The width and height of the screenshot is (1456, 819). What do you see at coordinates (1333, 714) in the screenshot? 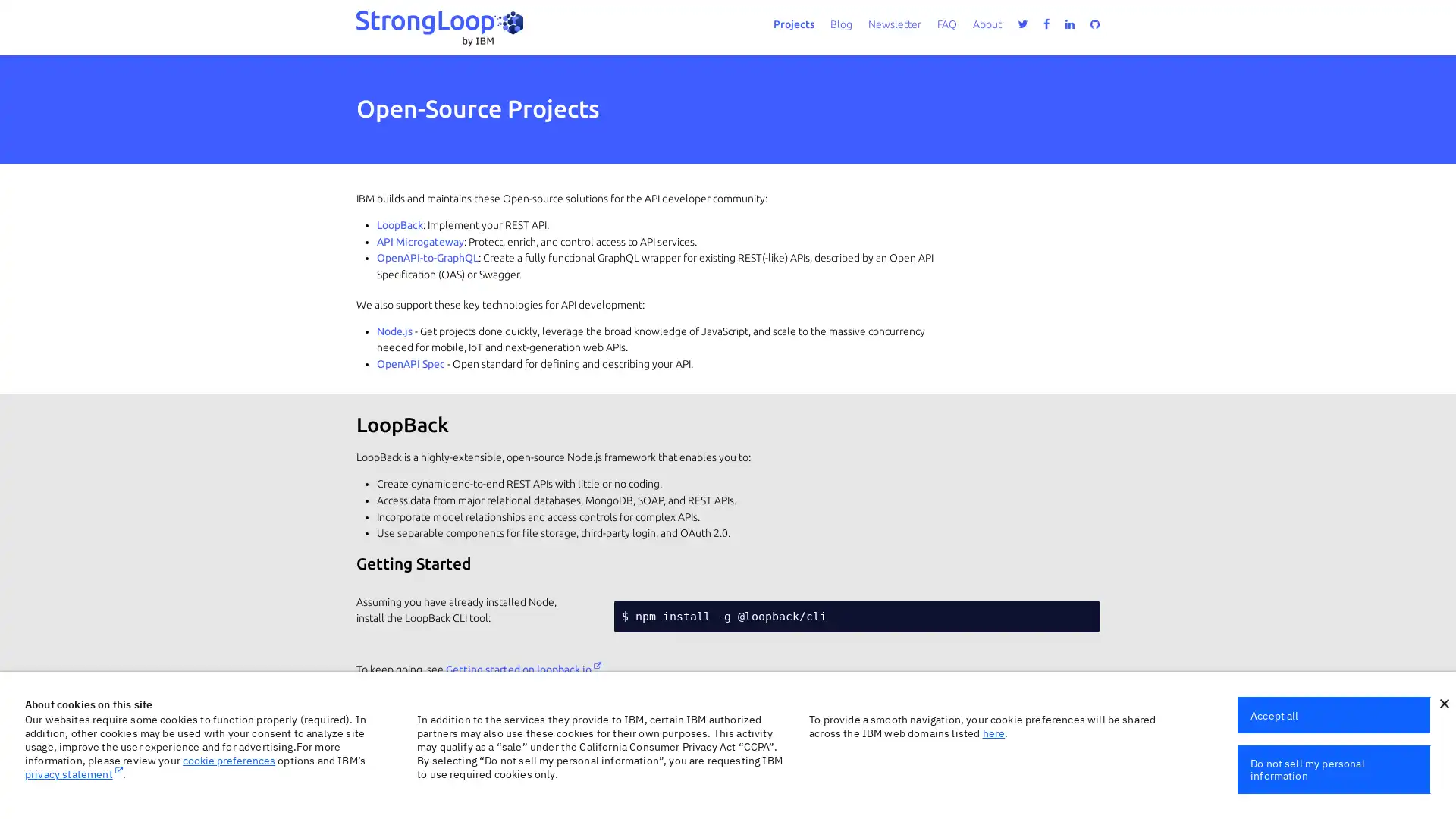
I see `Accept all` at bounding box center [1333, 714].